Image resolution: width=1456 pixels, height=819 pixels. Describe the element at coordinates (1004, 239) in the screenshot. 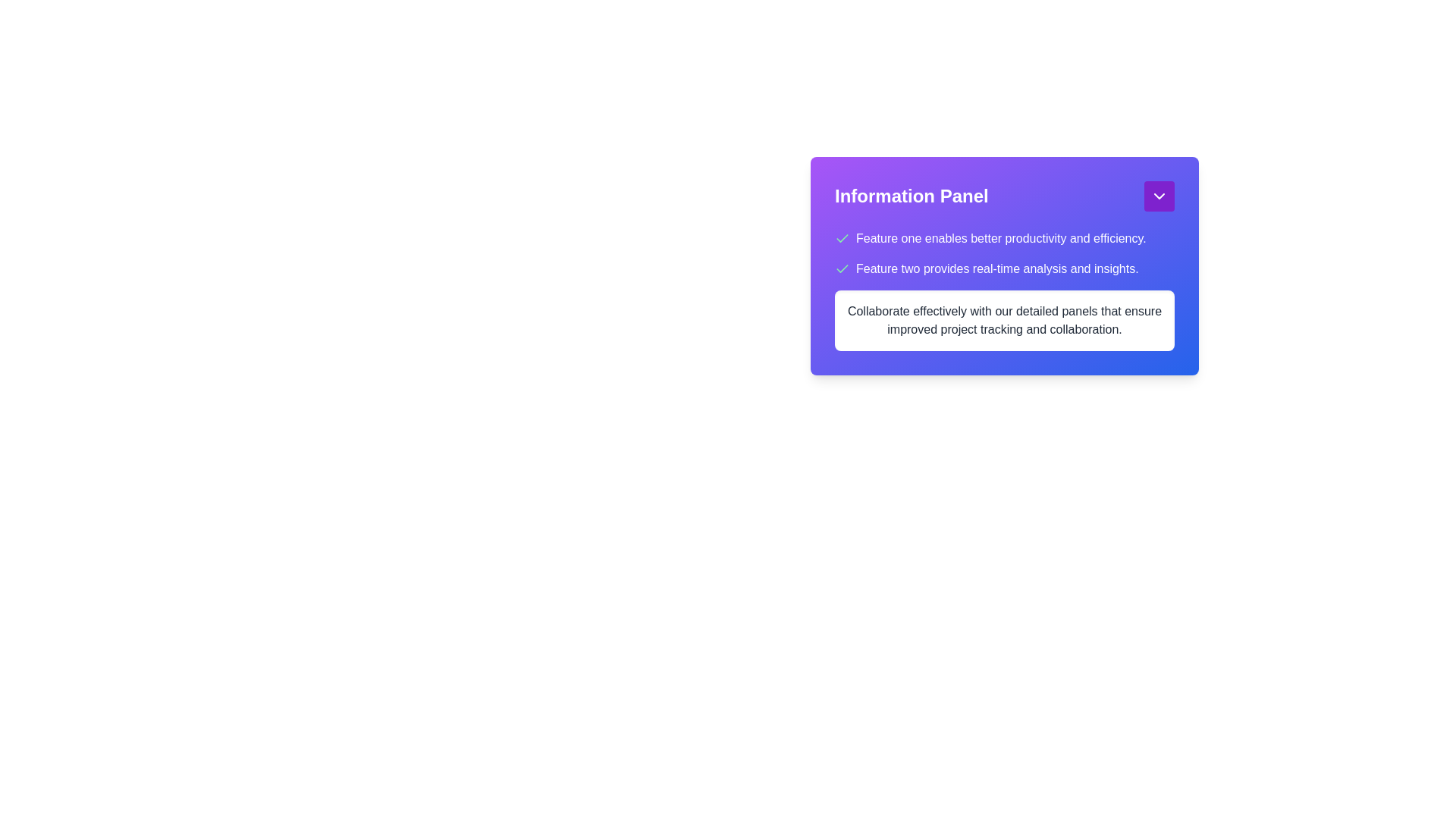

I see `the first list item in the 'Information Panel' that features a green checkmark icon and the text 'Feature one enables better productivity and efficiency.'` at that location.